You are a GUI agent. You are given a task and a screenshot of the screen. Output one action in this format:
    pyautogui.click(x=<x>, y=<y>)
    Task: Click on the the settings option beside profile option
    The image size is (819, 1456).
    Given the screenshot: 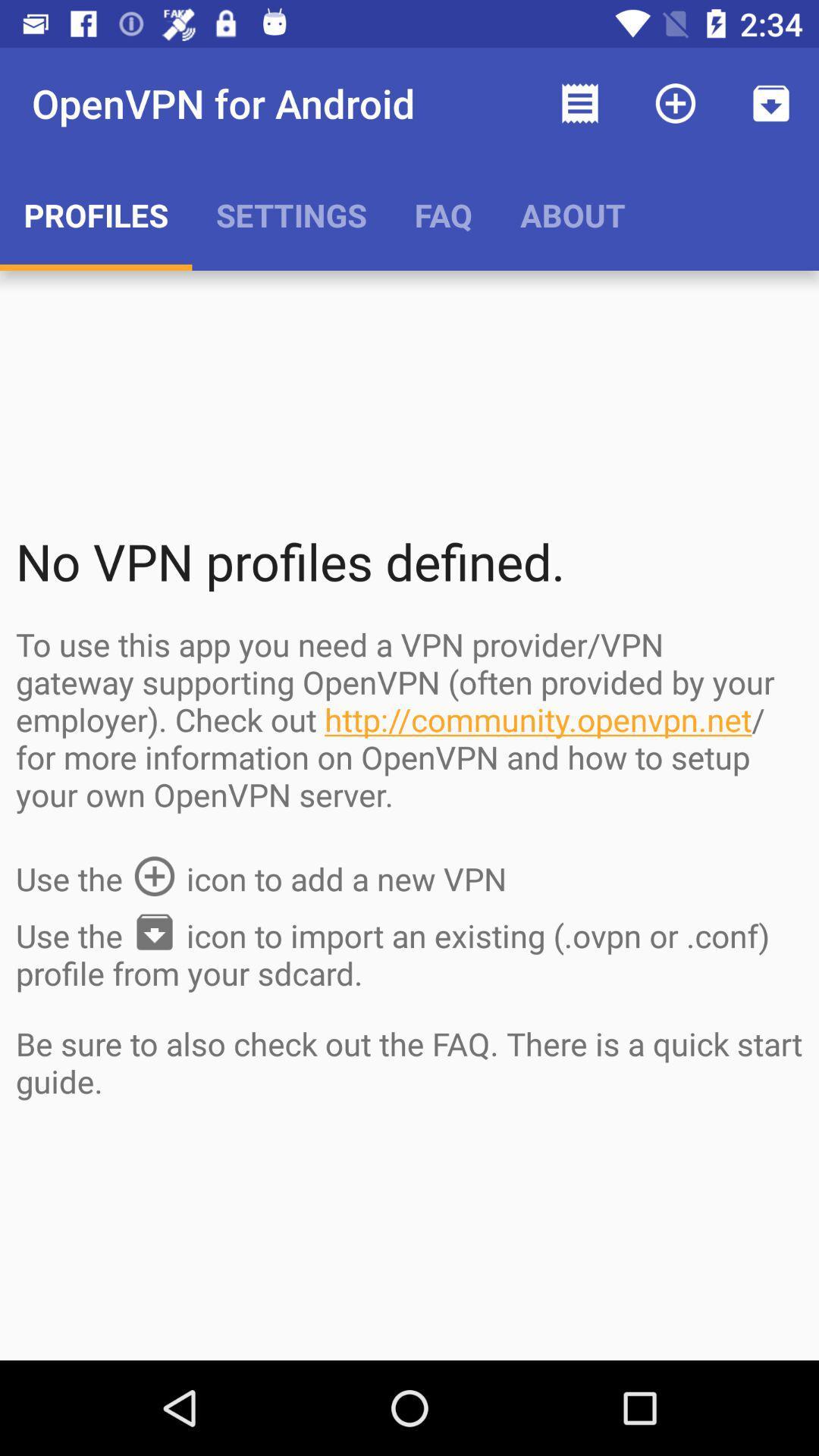 What is the action you would take?
    pyautogui.click(x=291, y=214)
    